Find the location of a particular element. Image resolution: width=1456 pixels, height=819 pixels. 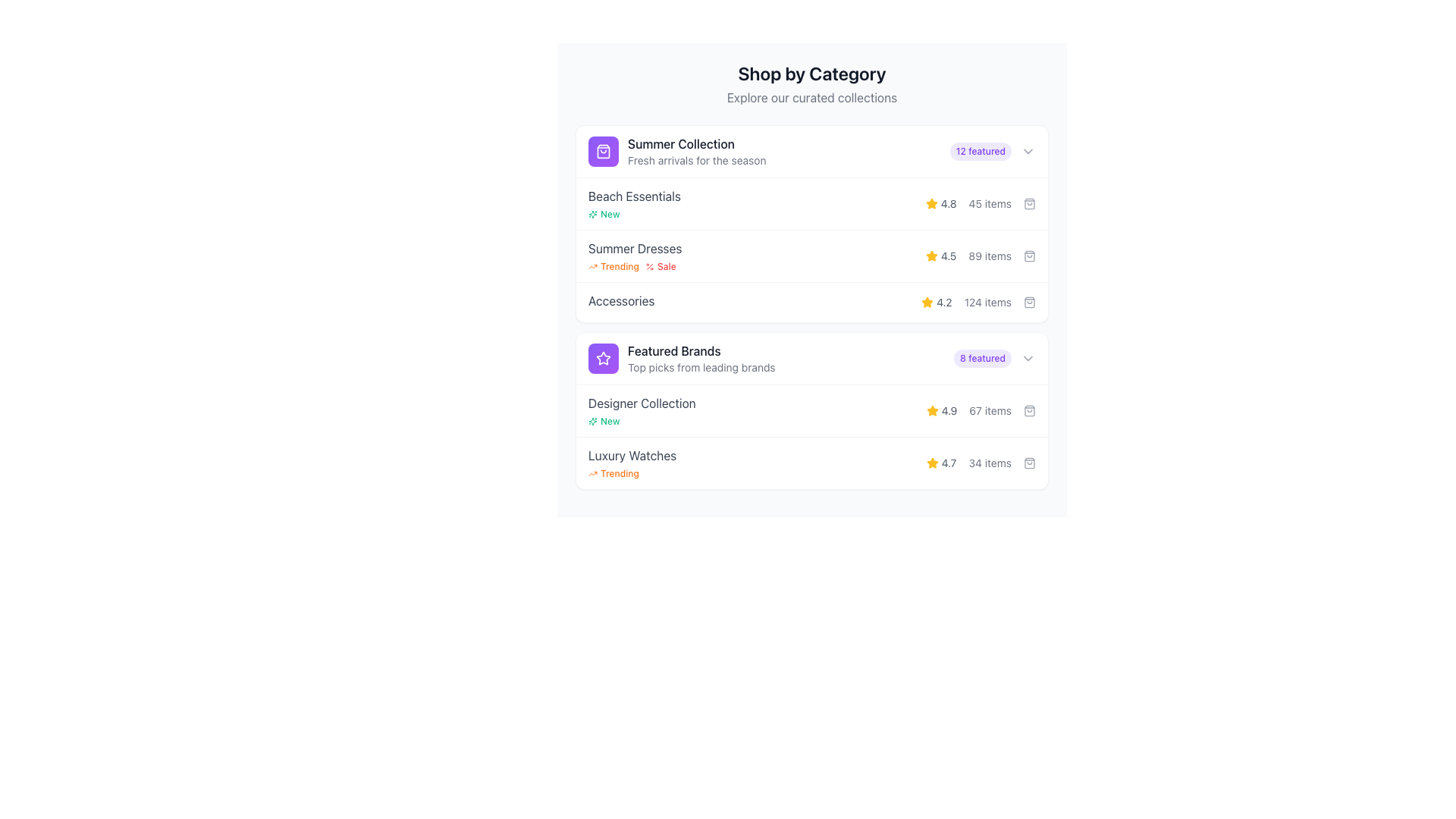

the Icon Button that symbolizes the 'Featured Brands' section, located at the far left of the grouping with the text 'Featured Brands' and 'Top picks from leading brands.' is located at coordinates (603, 359).